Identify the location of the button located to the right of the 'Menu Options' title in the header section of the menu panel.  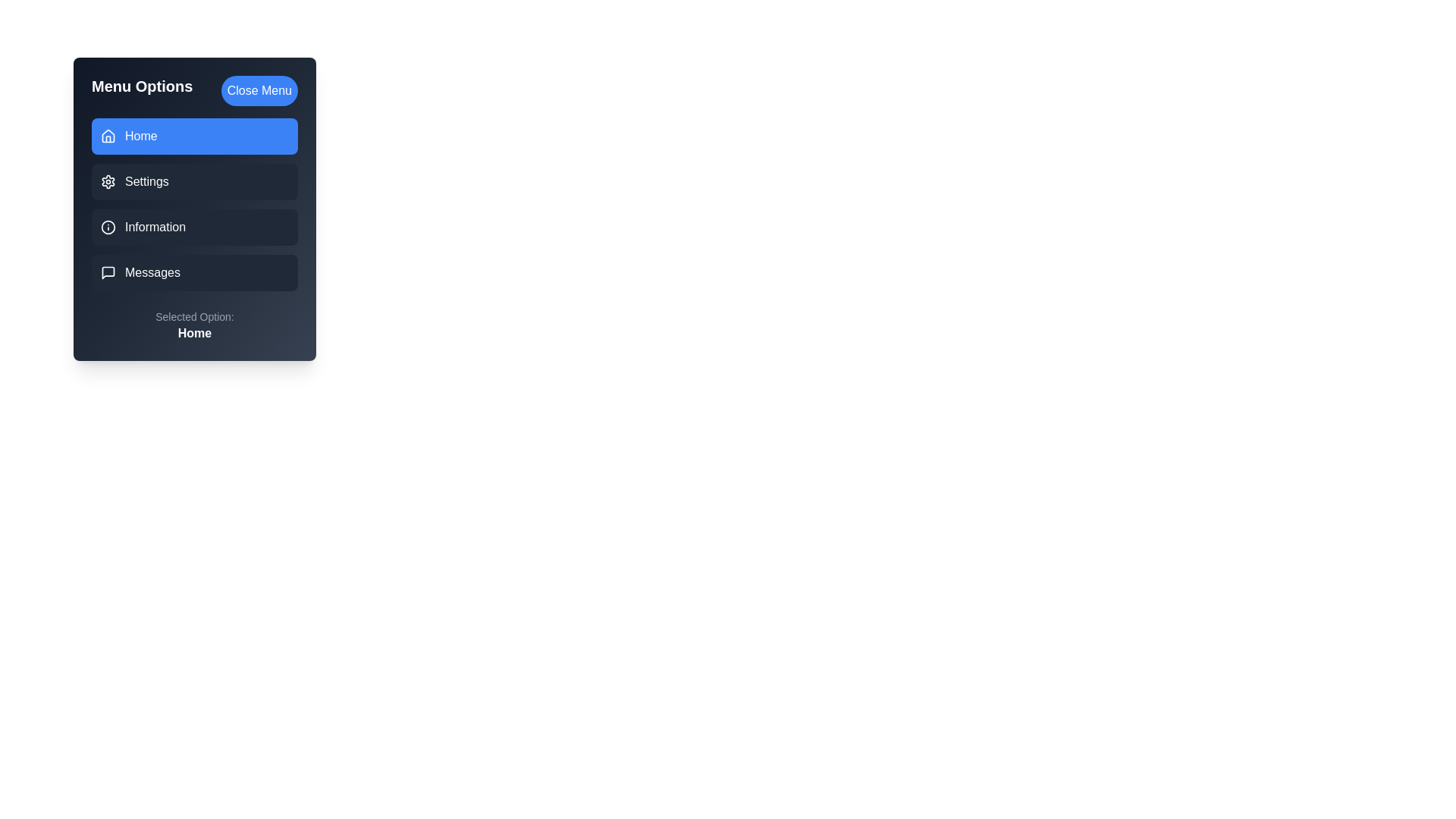
(259, 90).